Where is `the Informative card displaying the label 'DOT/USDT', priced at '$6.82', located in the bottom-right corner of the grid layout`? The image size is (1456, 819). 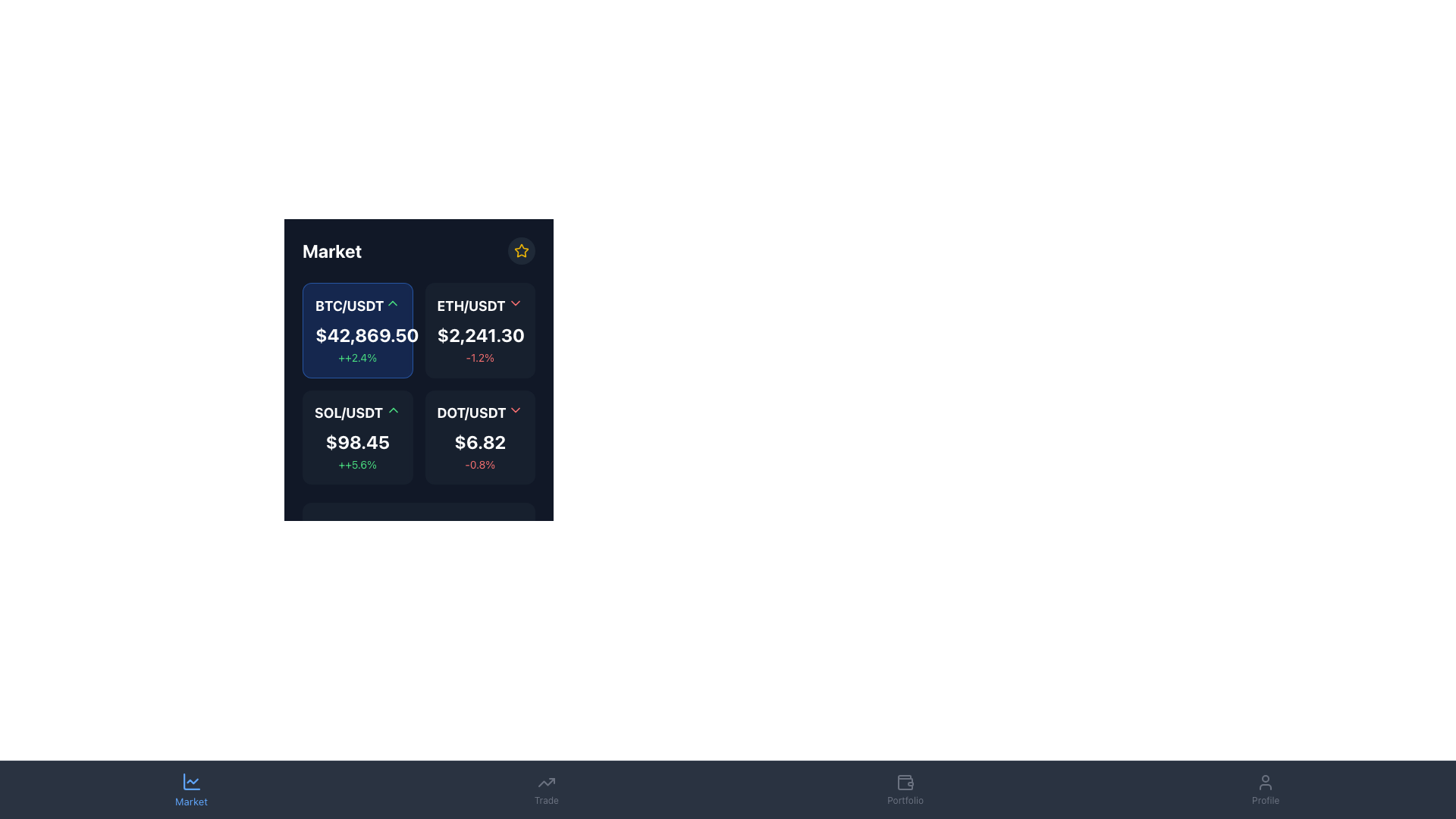 the Informative card displaying the label 'DOT/USDT', priced at '$6.82', located in the bottom-right corner of the grid layout is located at coordinates (479, 438).